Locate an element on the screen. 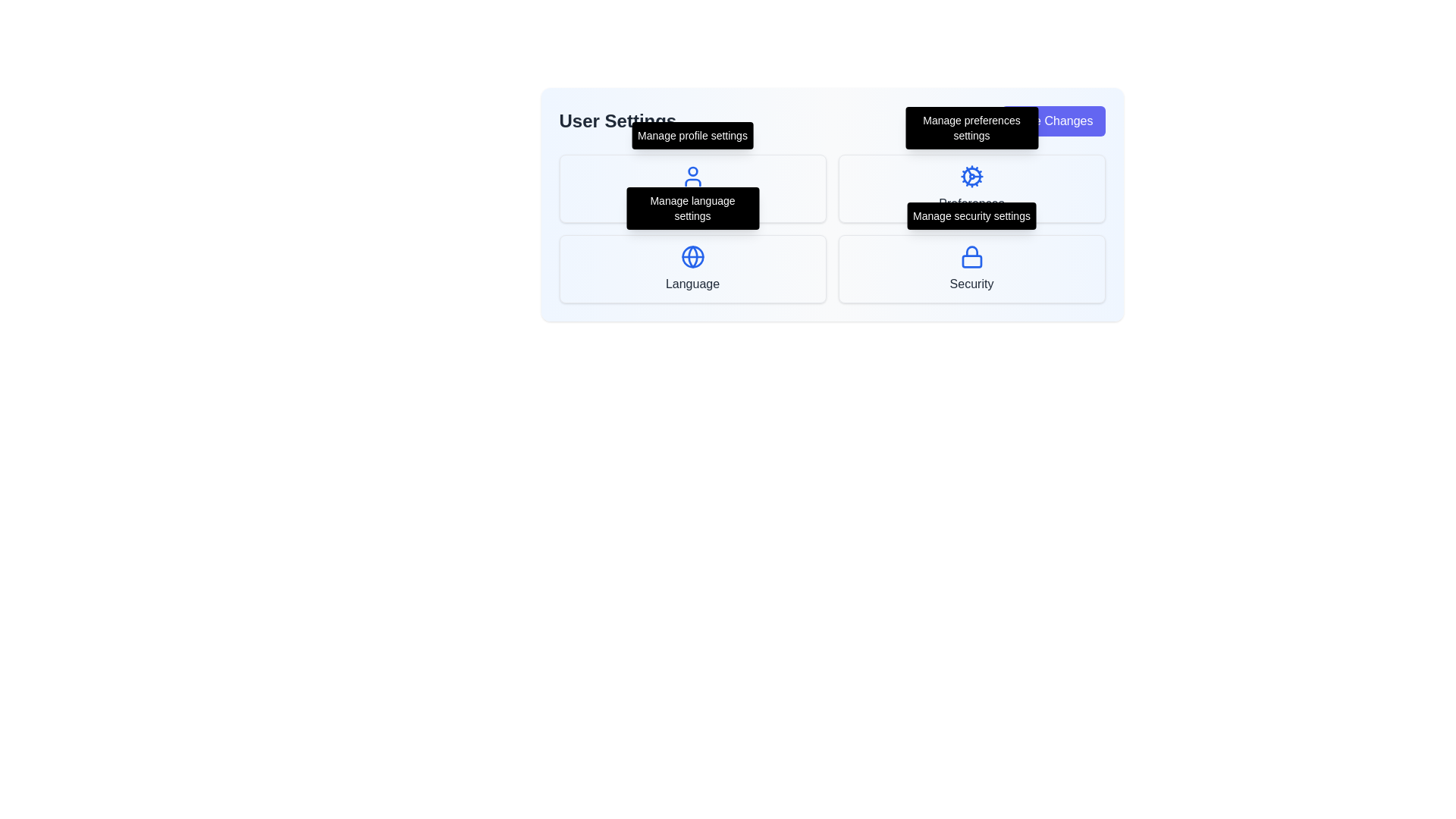 The height and width of the screenshot is (819, 1456). the Tooltip that provides additional information about the 'Language' button in the 'User Settings' interface is located at coordinates (692, 208).